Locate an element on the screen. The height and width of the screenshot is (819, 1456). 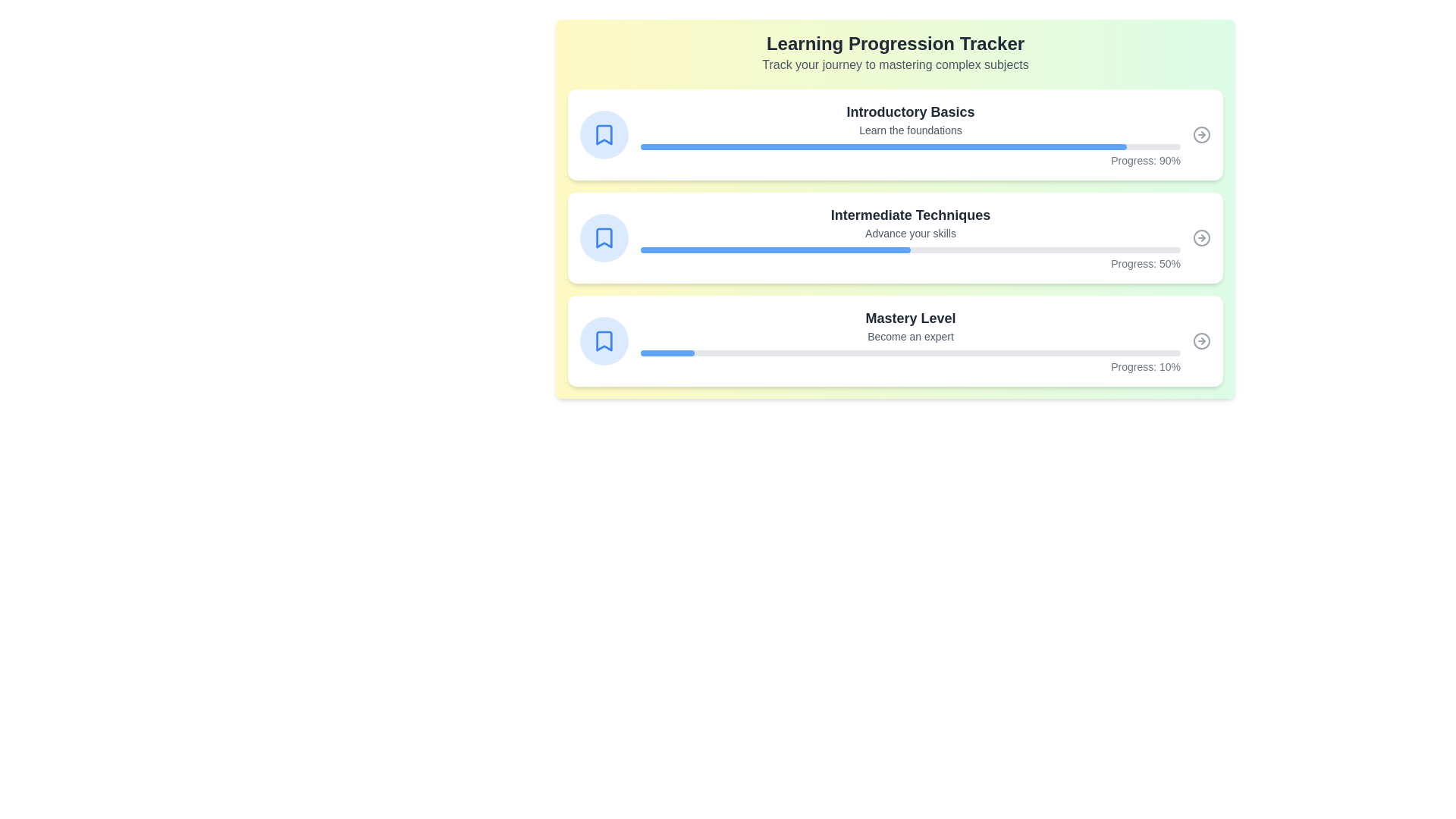
the content block displaying 'Mastery Level' with a progress indicator showing 10% progress is located at coordinates (910, 341).